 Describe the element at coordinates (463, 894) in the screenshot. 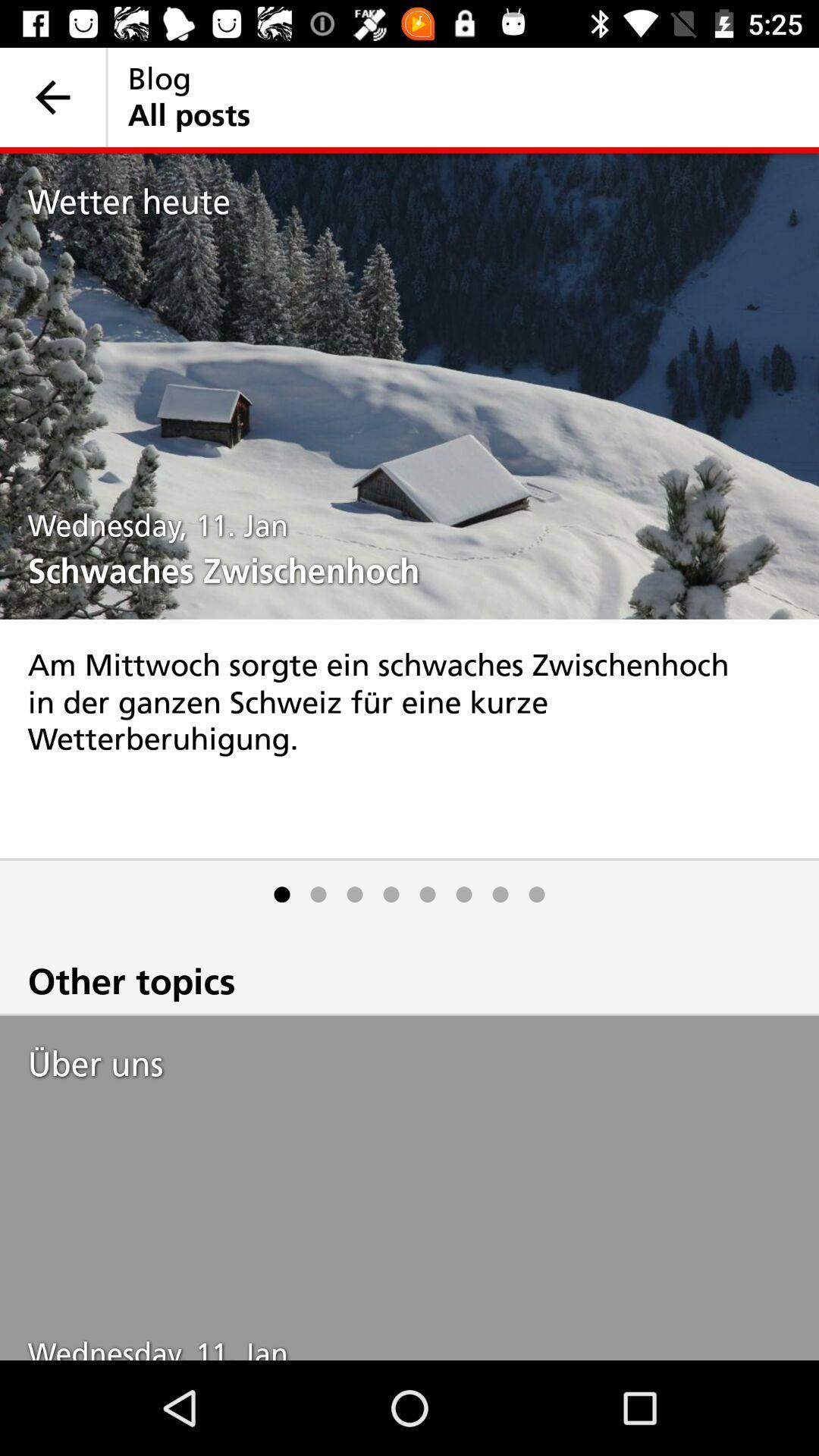

I see `the icon below am mittwoch sorgte icon` at that location.